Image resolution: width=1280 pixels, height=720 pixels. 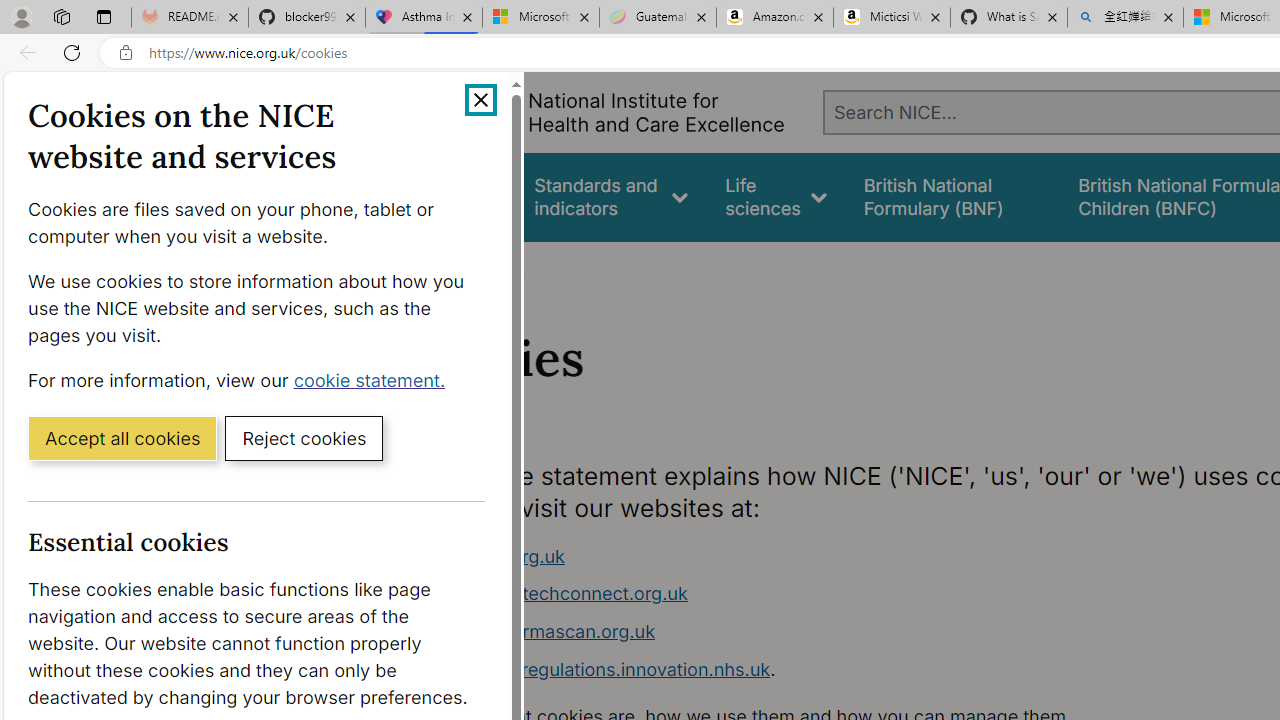 What do you see at coordinates (457, 197) in the screenshot?
I see `'Guidance'` at bounding box center [457, 197].